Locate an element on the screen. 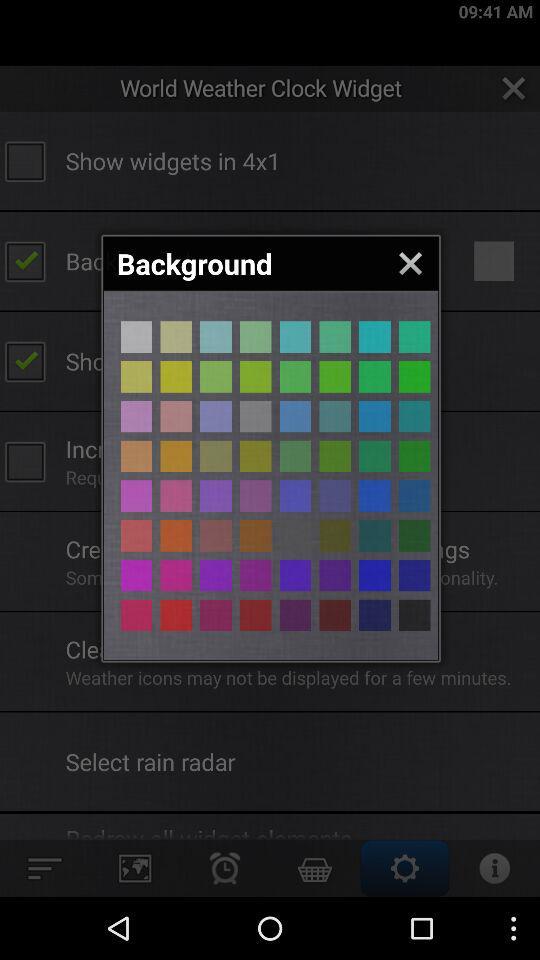  selects the highlighted color is located at coordinates (135, 456).